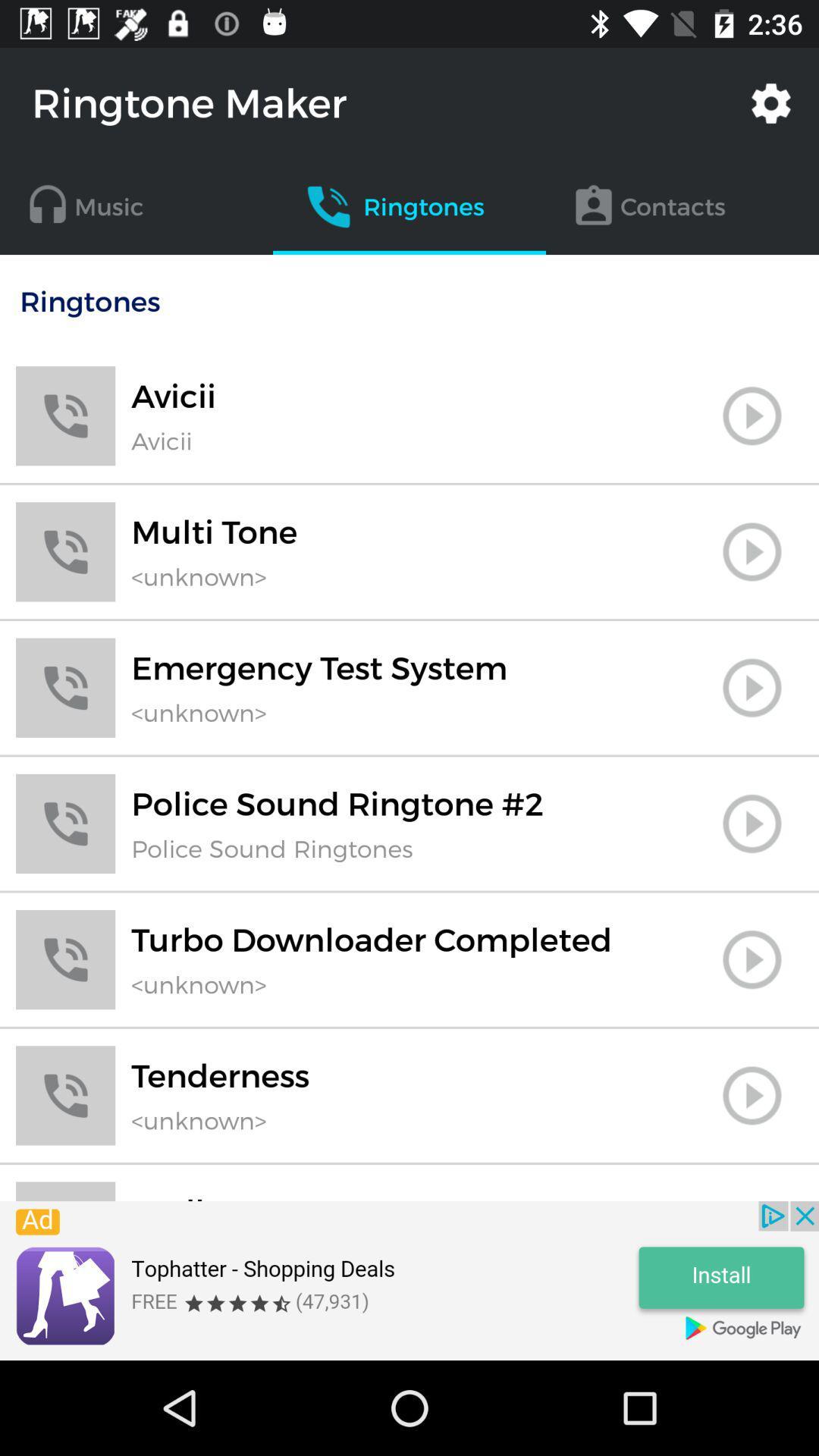  I want to click on page, so click(752, 551).